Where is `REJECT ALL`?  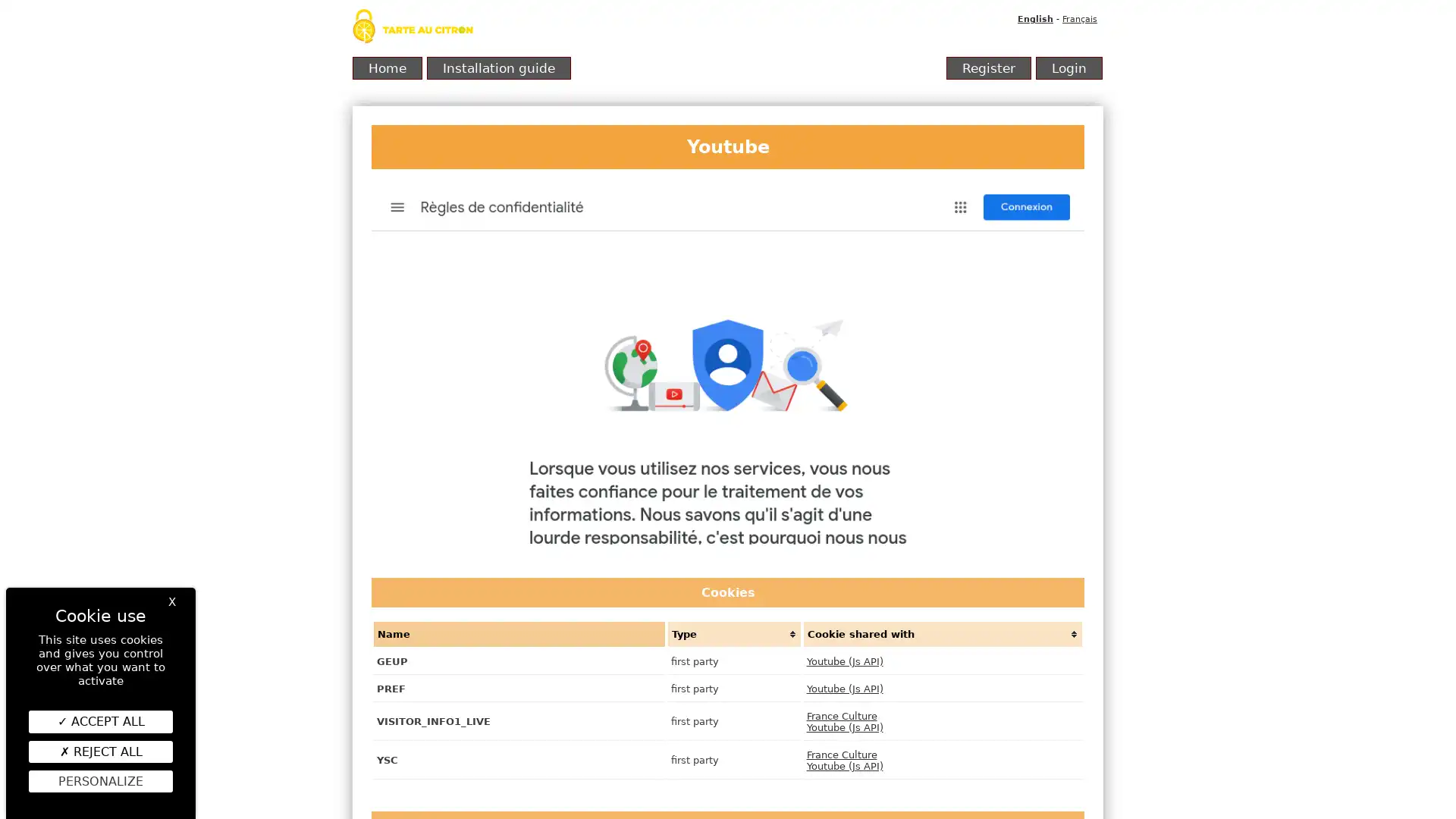
REJECT ALL is located at coordinates (100, 751).